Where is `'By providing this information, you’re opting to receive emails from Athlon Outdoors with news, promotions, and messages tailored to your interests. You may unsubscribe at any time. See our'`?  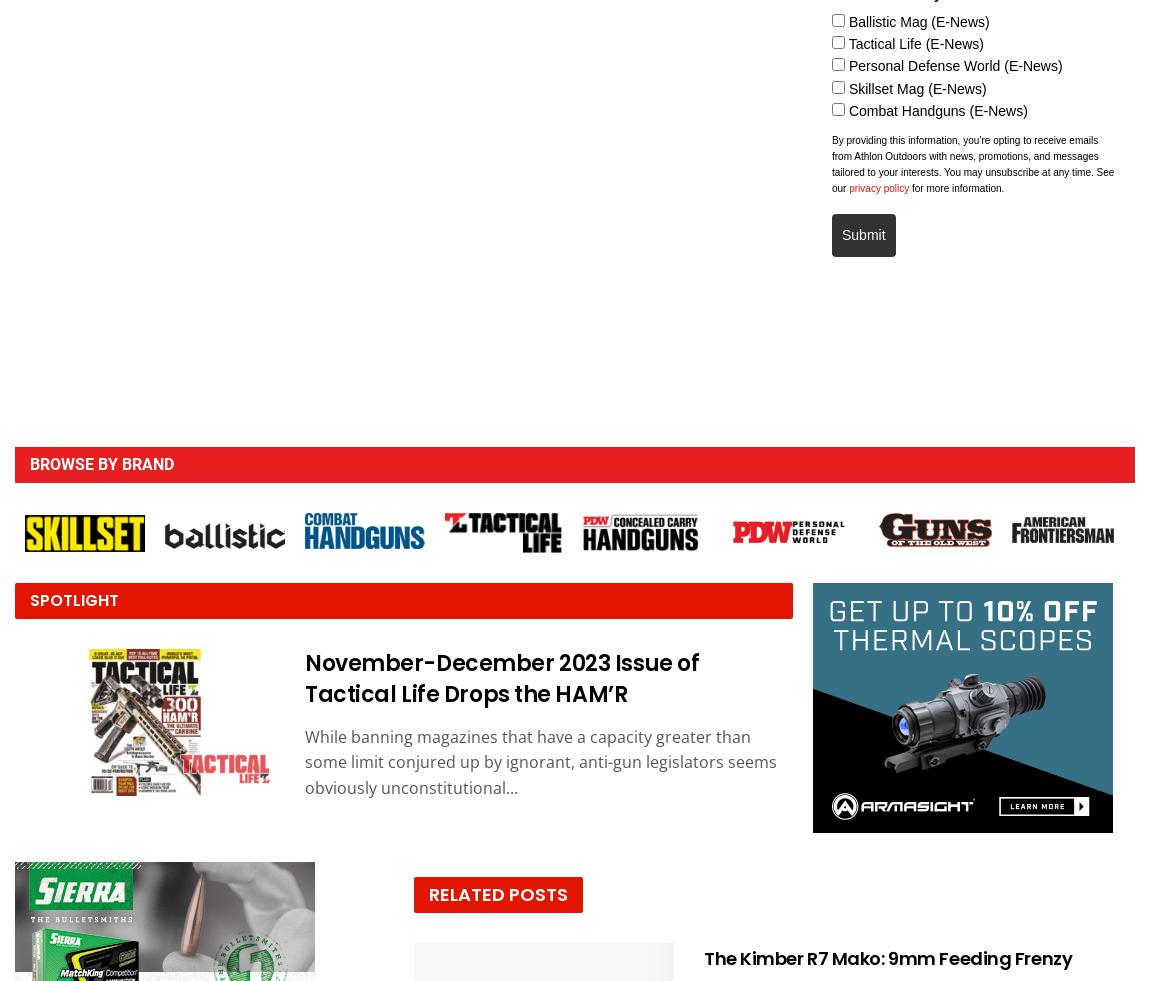
'By providing this information, you’re opting to receive emails from Athlon Outdoors with news, promotions, and messages tailored to your interests. You may unsubscribe at any time. See our' is located at coordinates (829, 162).